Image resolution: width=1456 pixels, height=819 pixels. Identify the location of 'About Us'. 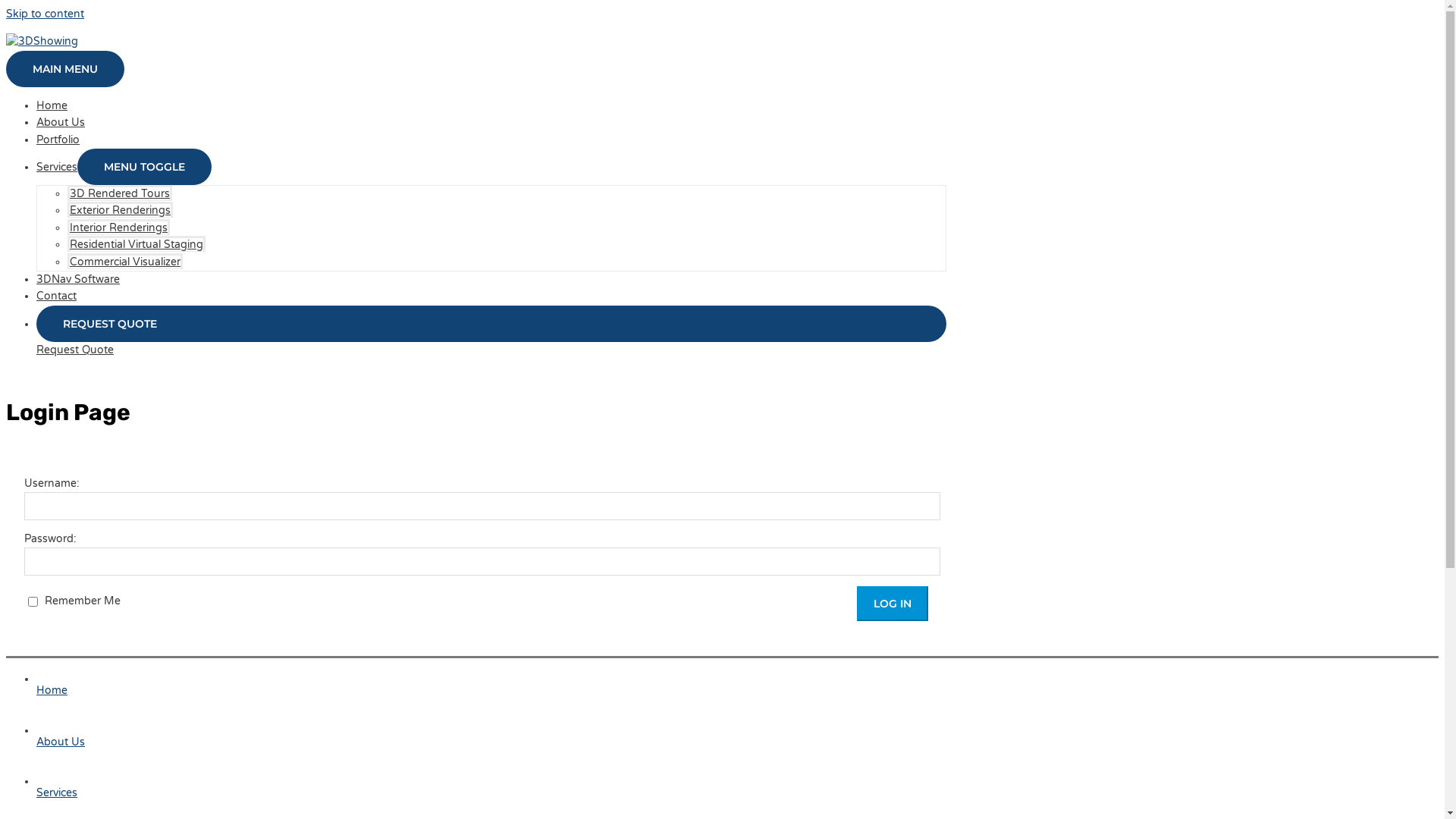
(491, 733).